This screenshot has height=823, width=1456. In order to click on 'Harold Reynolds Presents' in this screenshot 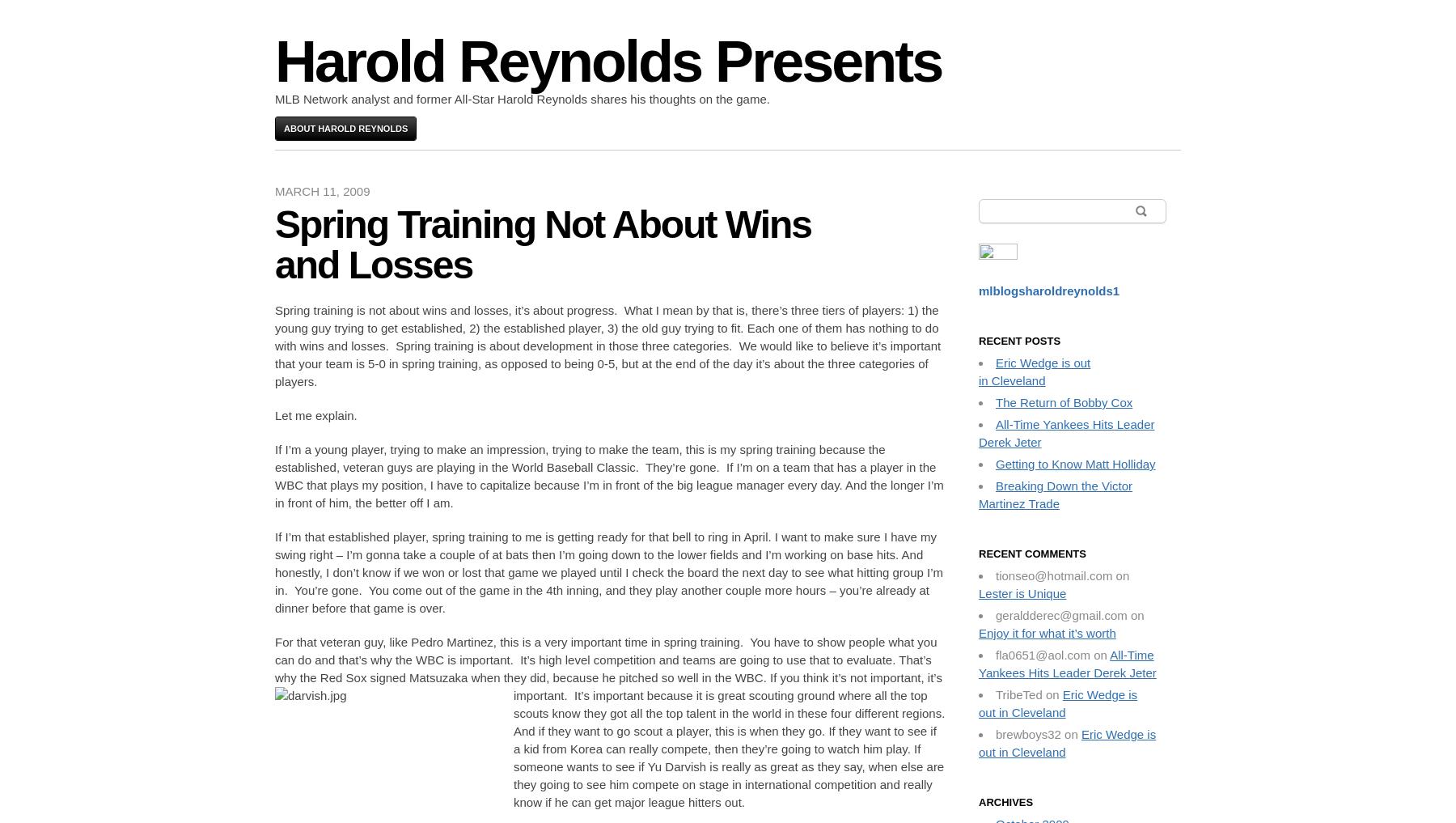, I will do `click(607, 61)`.